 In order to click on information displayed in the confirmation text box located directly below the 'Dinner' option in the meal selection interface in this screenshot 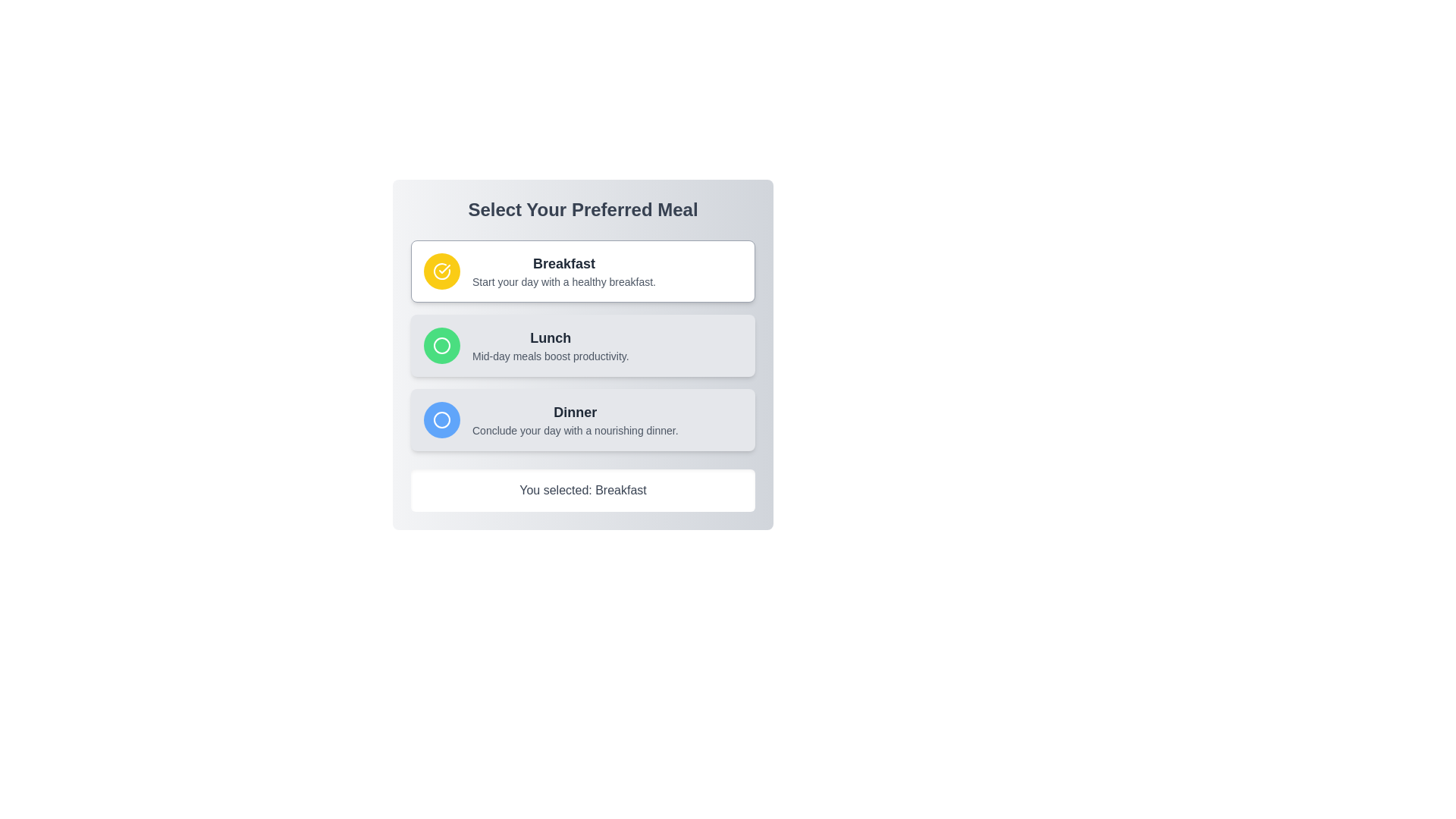, I will do `click(582, 491)`.